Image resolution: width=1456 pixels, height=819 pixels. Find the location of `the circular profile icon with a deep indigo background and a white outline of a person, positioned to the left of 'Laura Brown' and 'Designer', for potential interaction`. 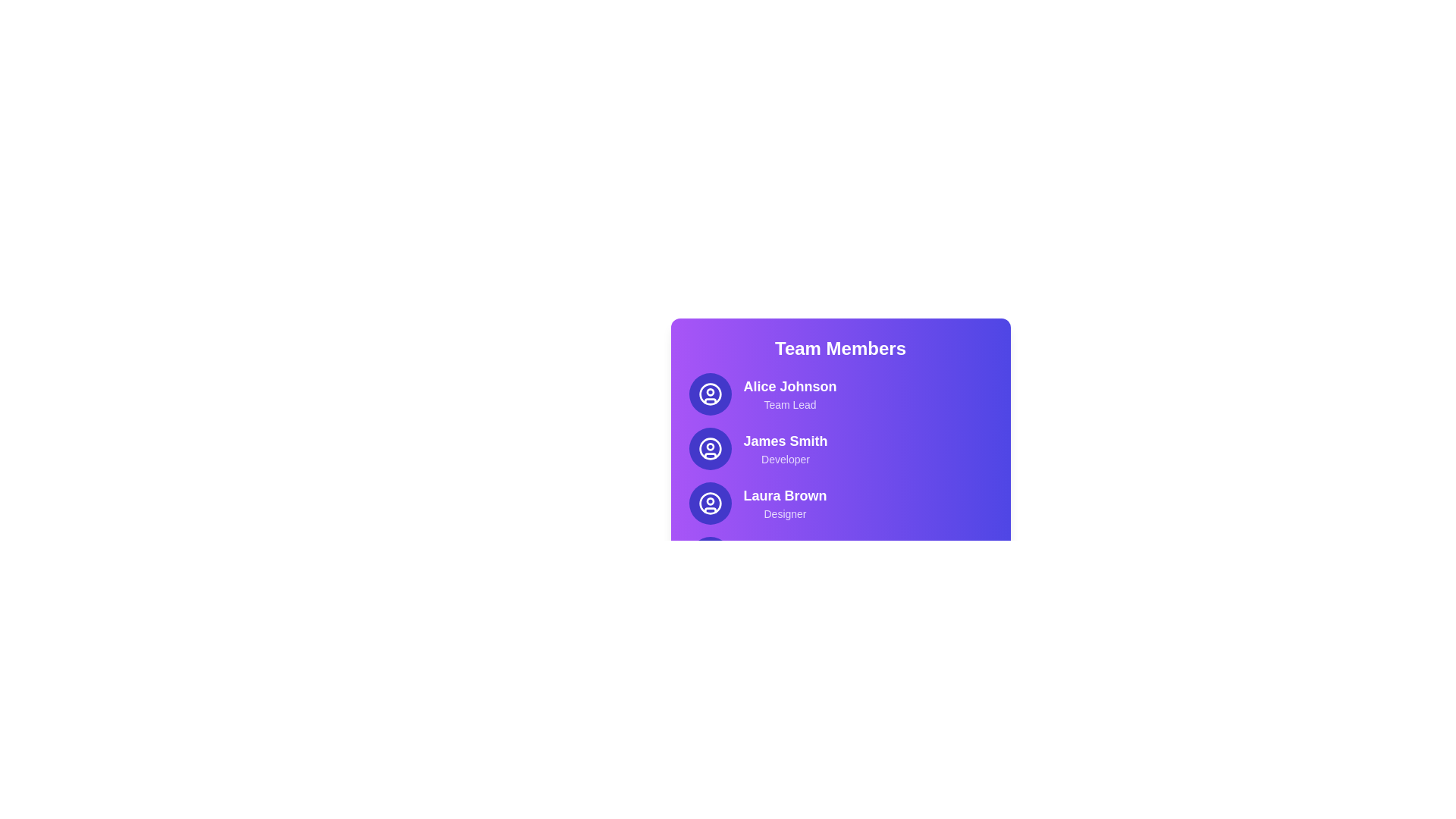

the circular profile icon with a deep indigo background and a white outline of a person, positioned to the left of 'Laura Brown' and 'Designer', for potential interaction is located at coordinates (709, 503).